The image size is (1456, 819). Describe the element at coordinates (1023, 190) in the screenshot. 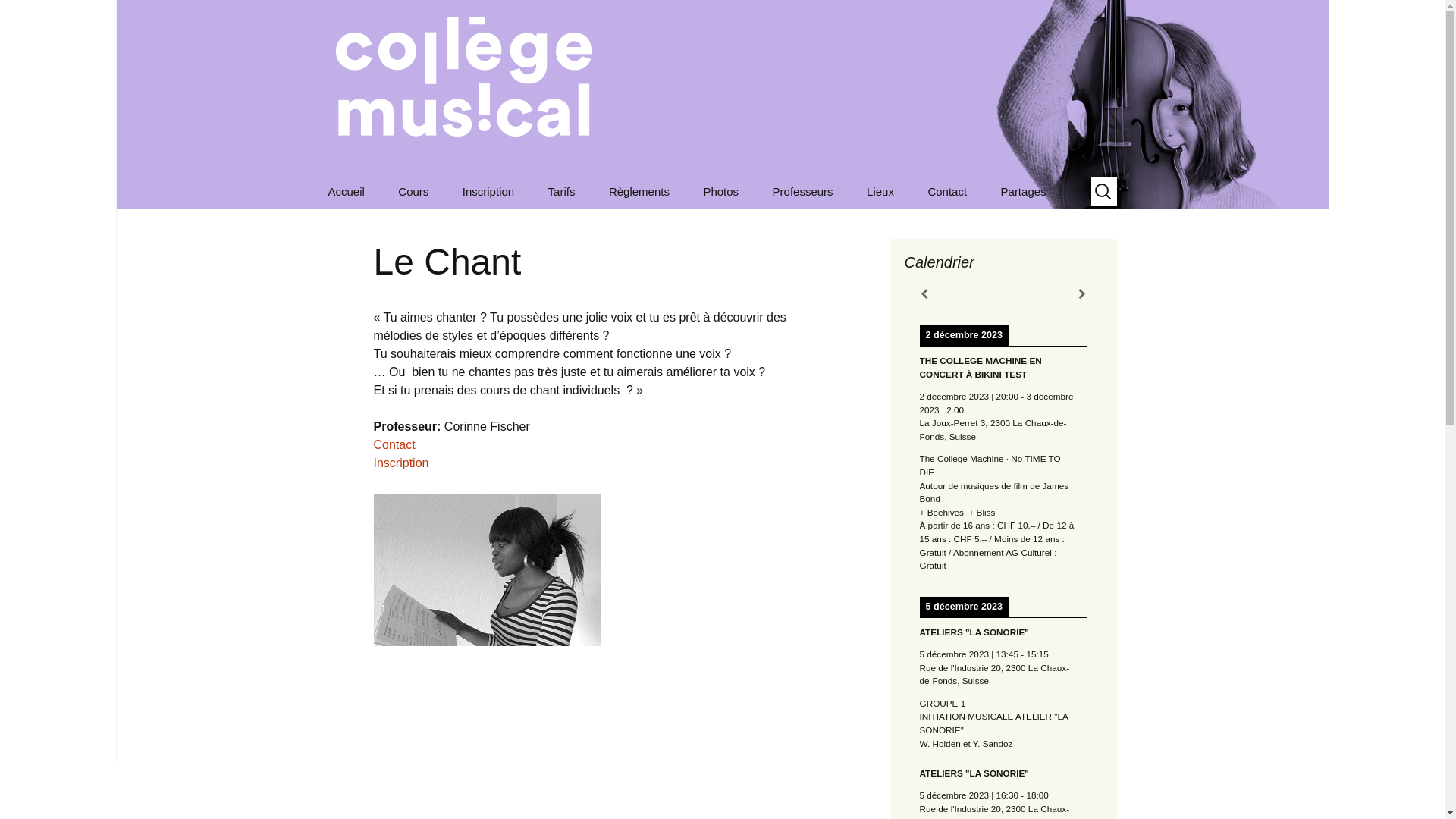

I see `'Partages'` at that location.